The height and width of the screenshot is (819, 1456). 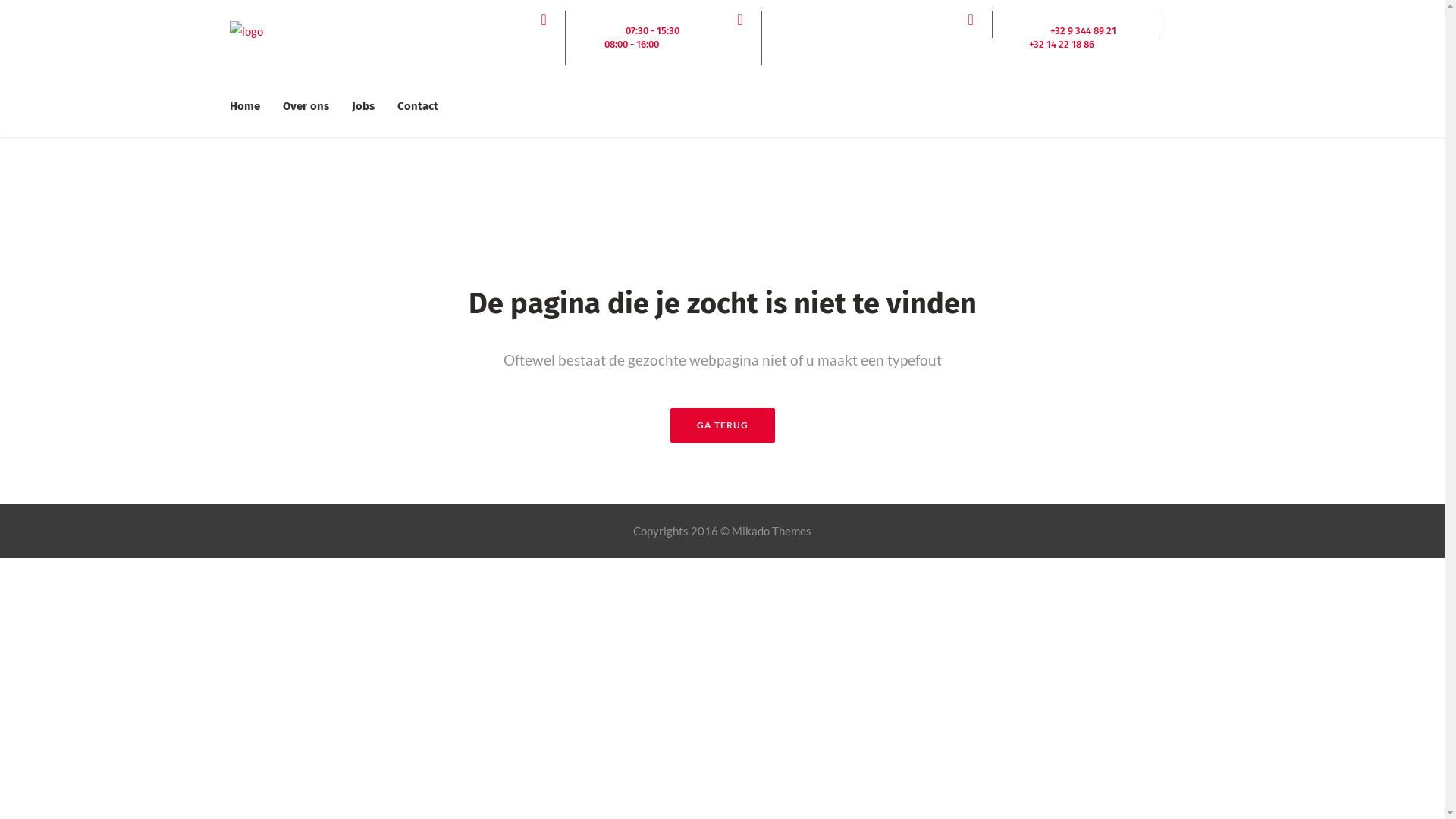 What do you see at coordinates (305, 105) in the screenshot?
I see `'Over ons'` at bounding box center [305, 105].